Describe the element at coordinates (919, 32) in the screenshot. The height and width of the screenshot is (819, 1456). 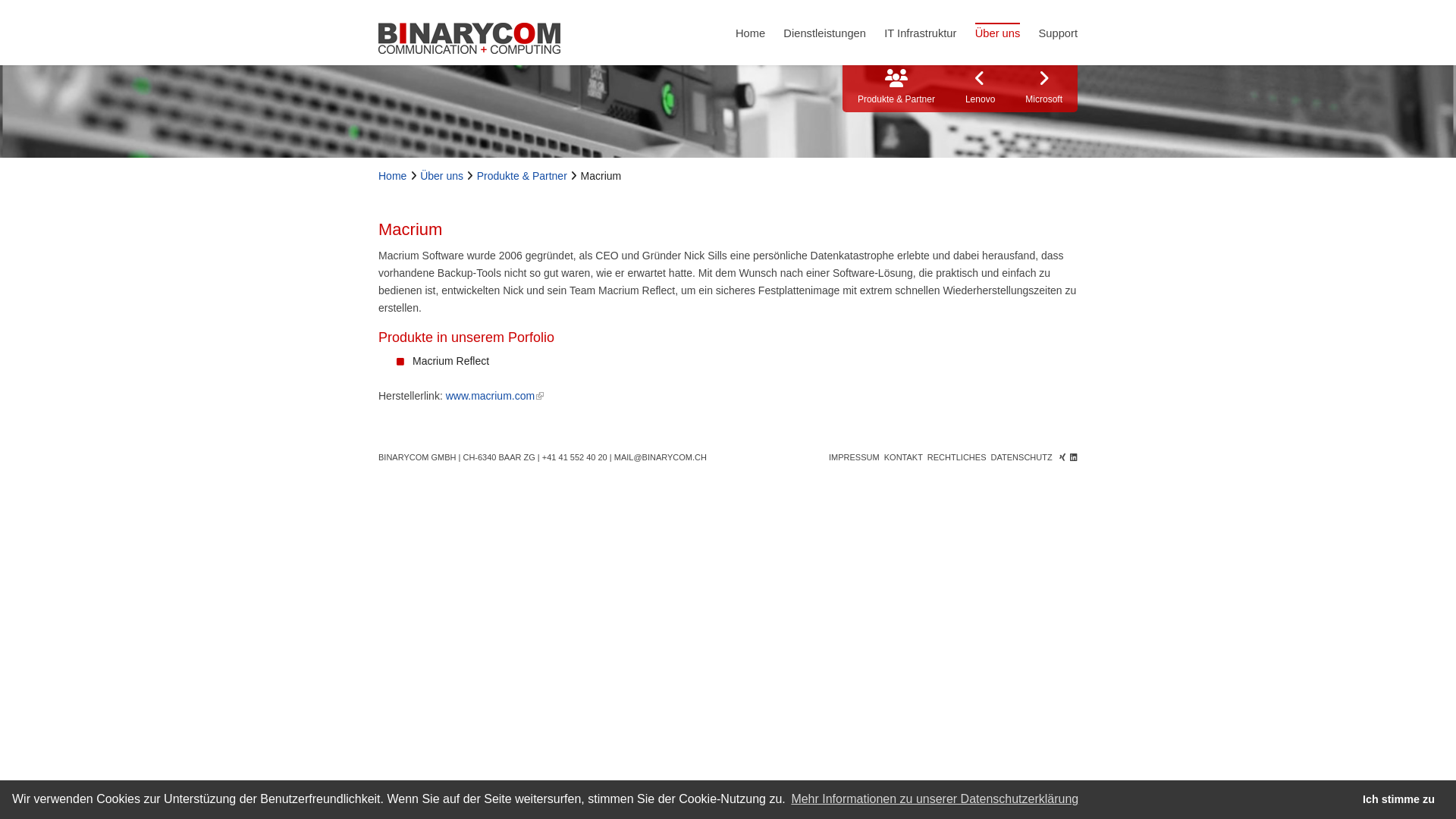
I see `'IT Infrastruktur'` at that location.